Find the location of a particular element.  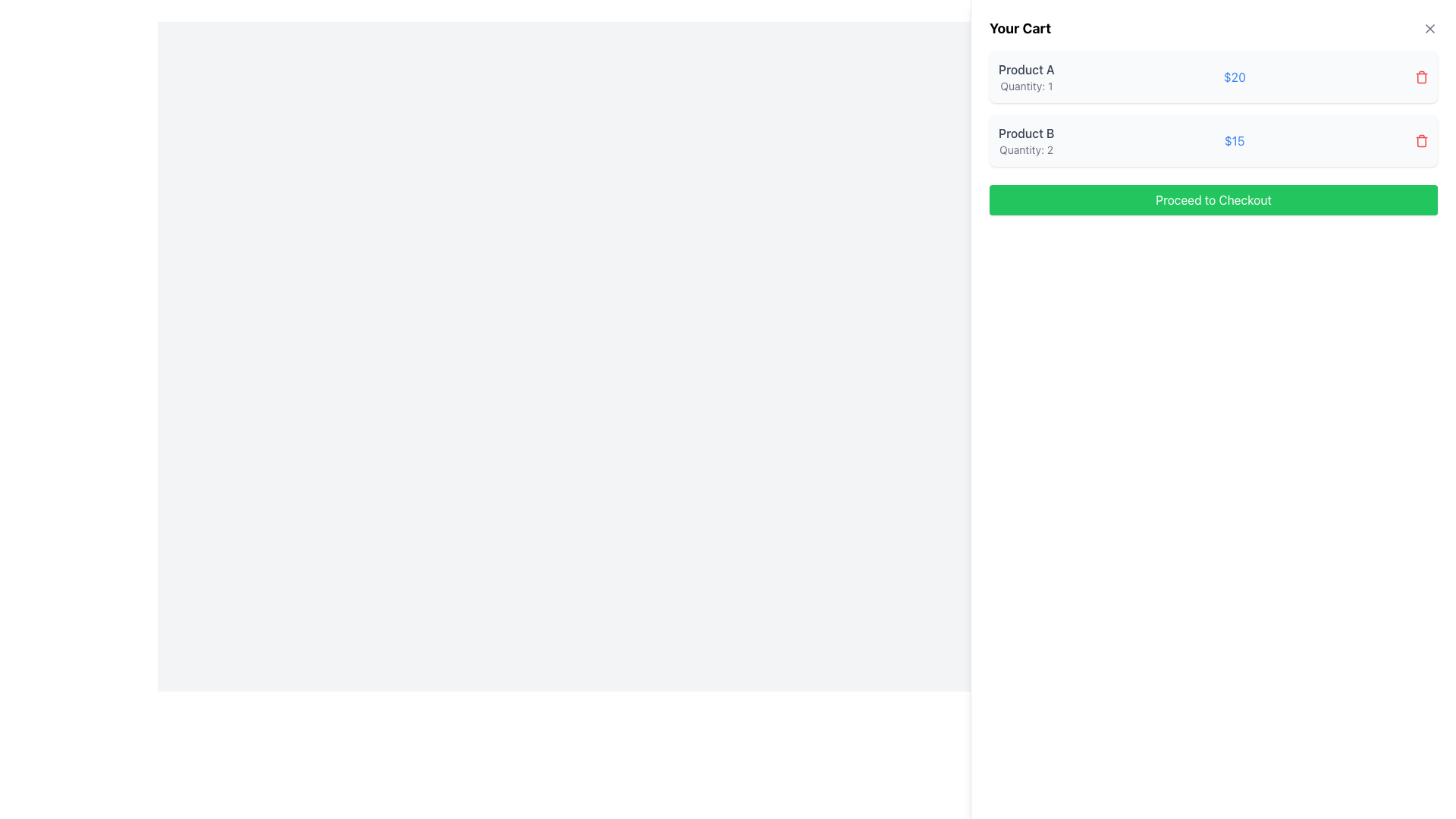

price displayed as '$20' in blue color, located in the cart section to the right of the product information for 'Product A' is located at coordinates (1235, 77).